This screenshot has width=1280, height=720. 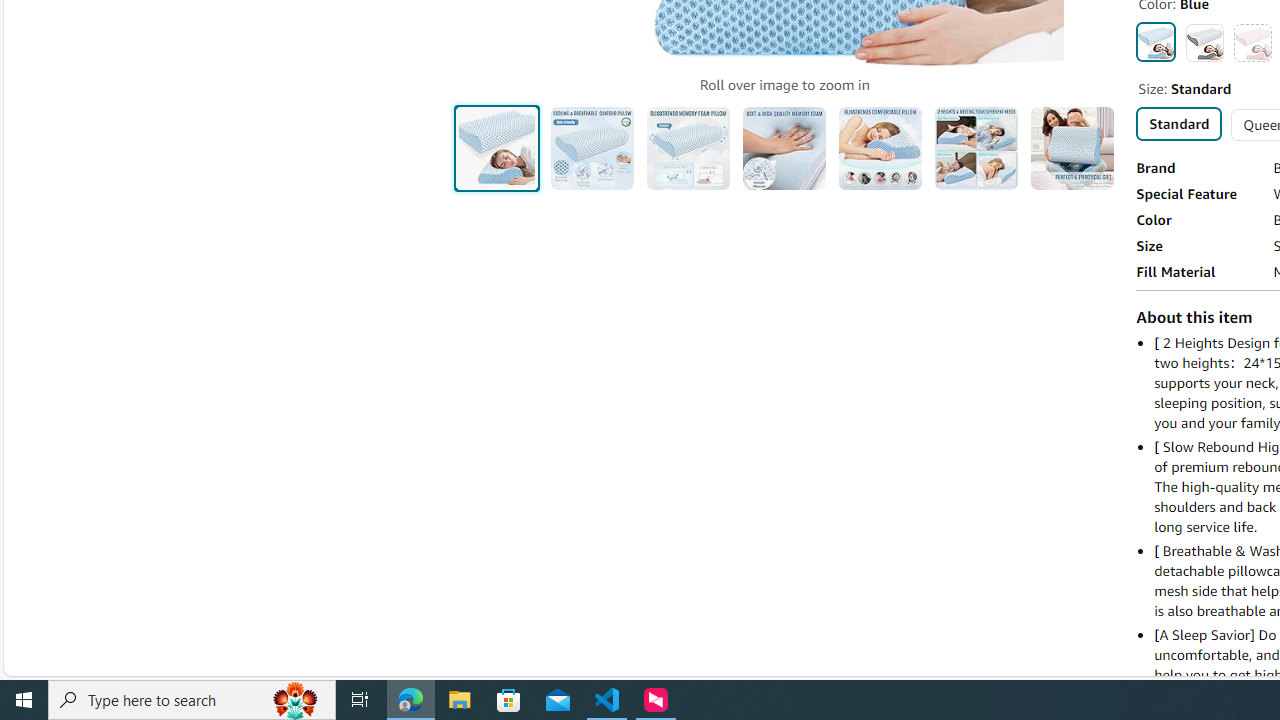 What do you see at coordinates (1203, 42) in the screenshot?
I see `'Grey'` at bounding box center [1203, 42].